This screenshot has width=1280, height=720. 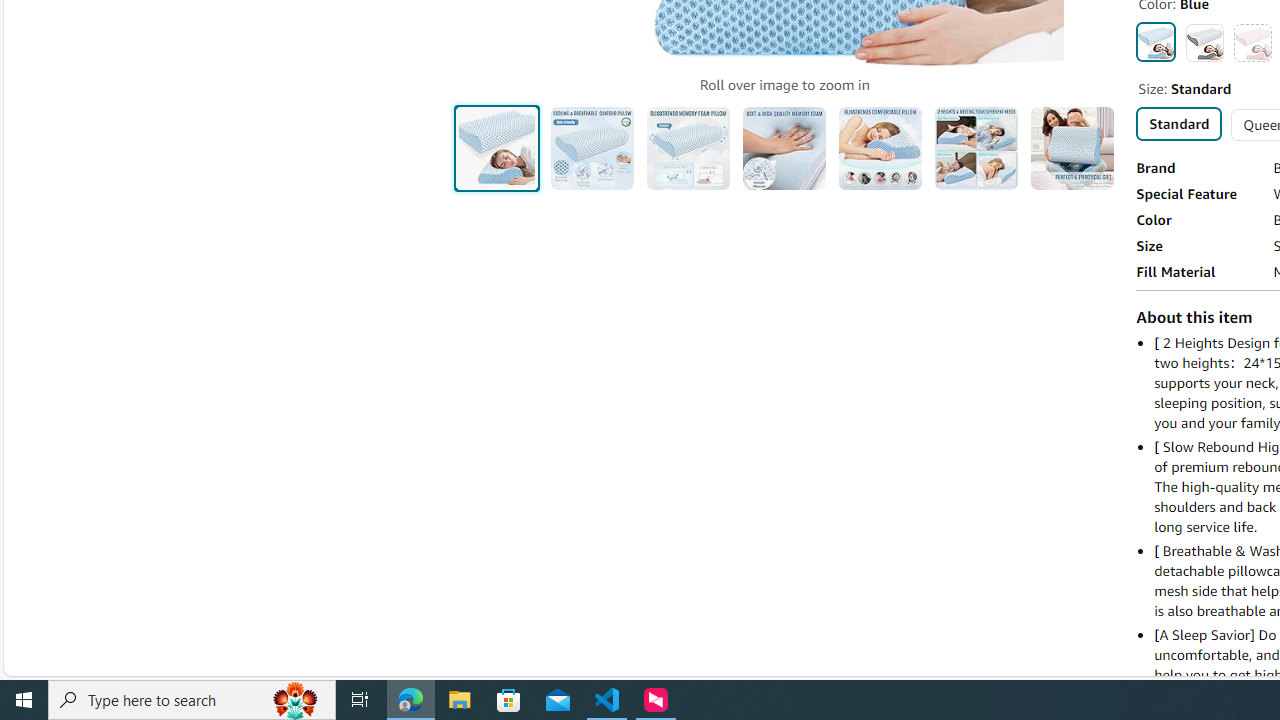 What do you see at coordinates (1203, 42) in the screenshot?
I see `'Grey'` at bounding box center [1203, 42].